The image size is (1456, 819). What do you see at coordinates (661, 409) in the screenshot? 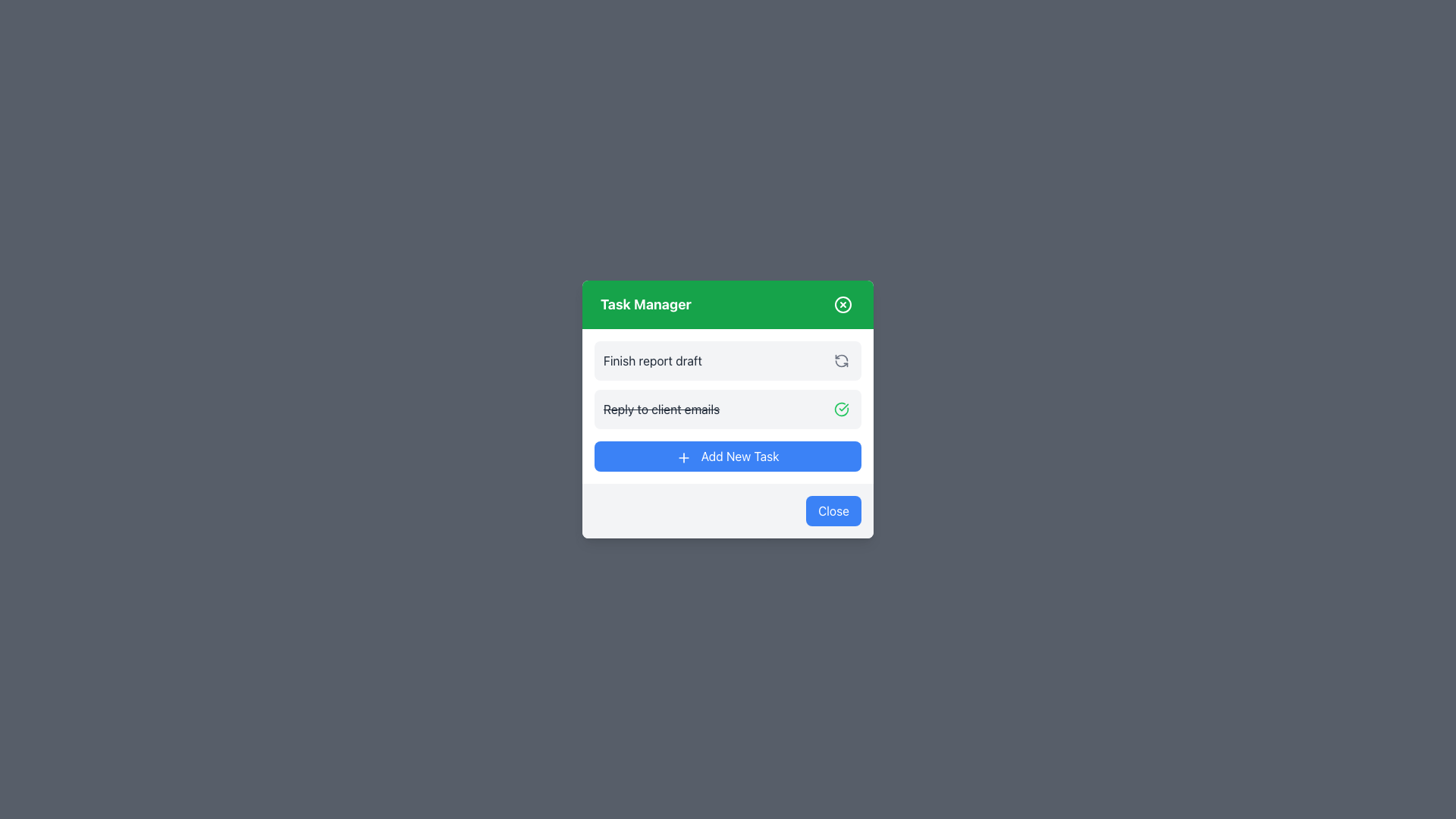
I see `the text element that serves as the title or description of the second task item, located below 'Finish report draft' and centrally positioned within a light gray rounded rectangle` at bounding box center [661, 409].